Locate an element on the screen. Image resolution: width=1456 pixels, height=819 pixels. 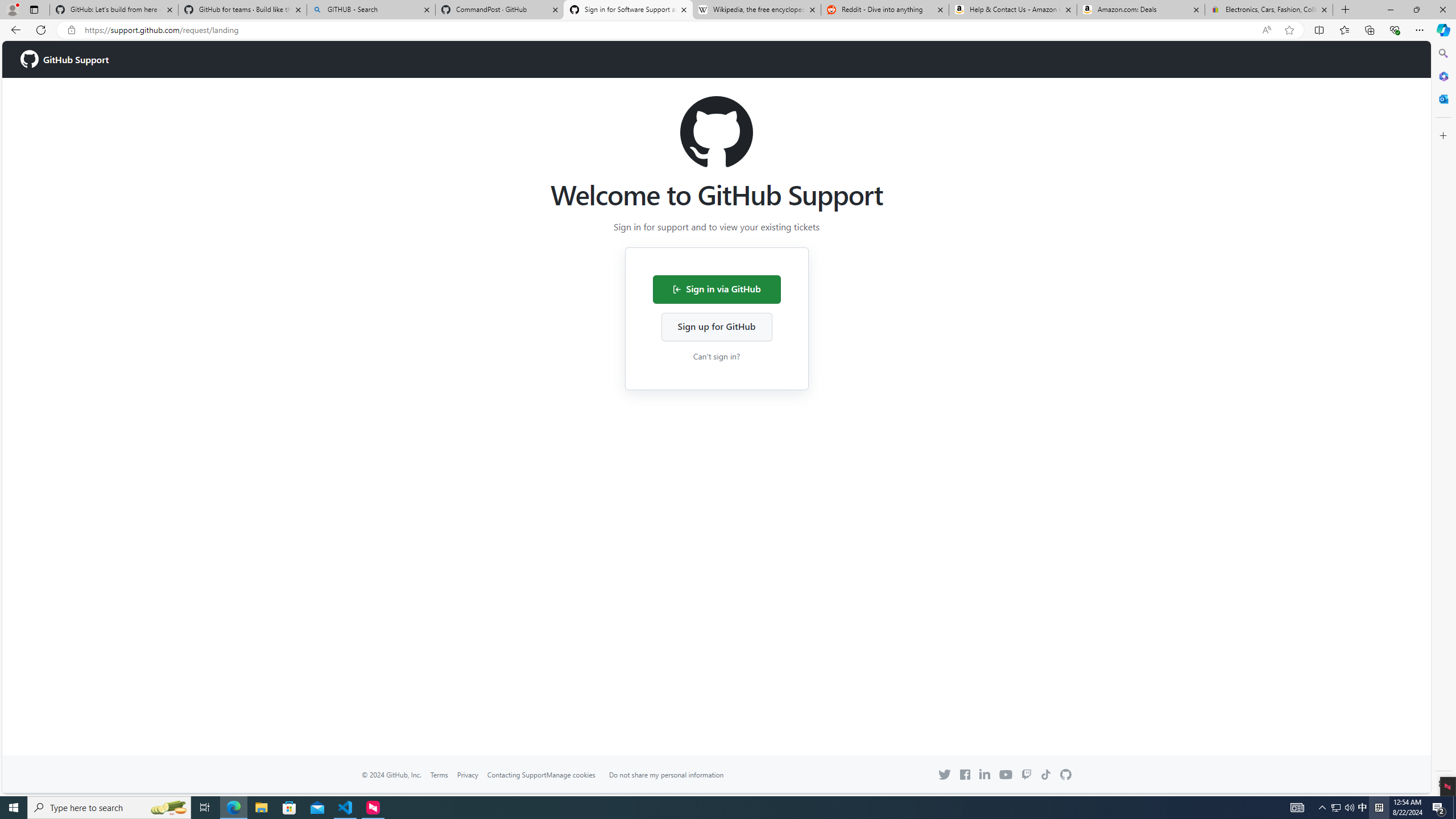
'Wikipedia, the free encyclopedia' is located at coordinates (755, 9).